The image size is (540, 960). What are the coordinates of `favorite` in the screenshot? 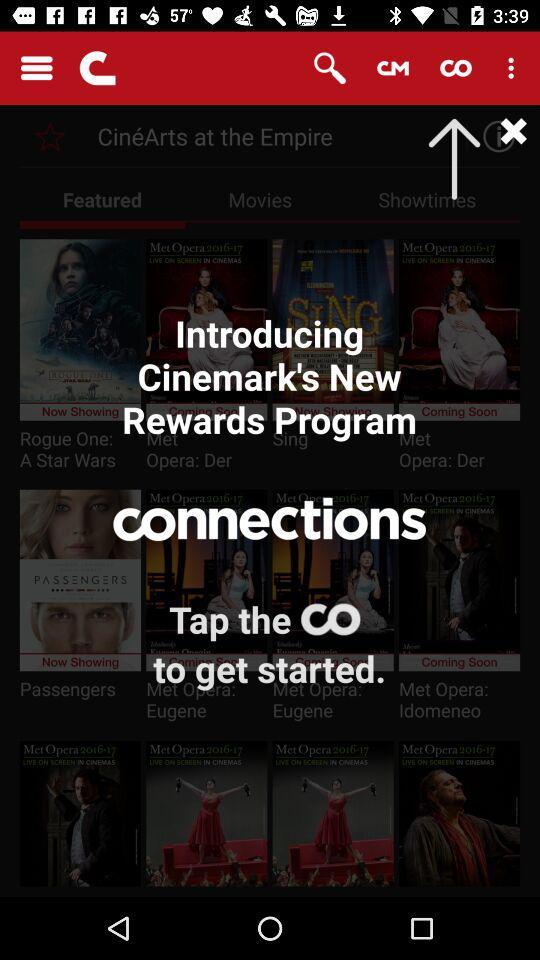 It's located at (50, 135).